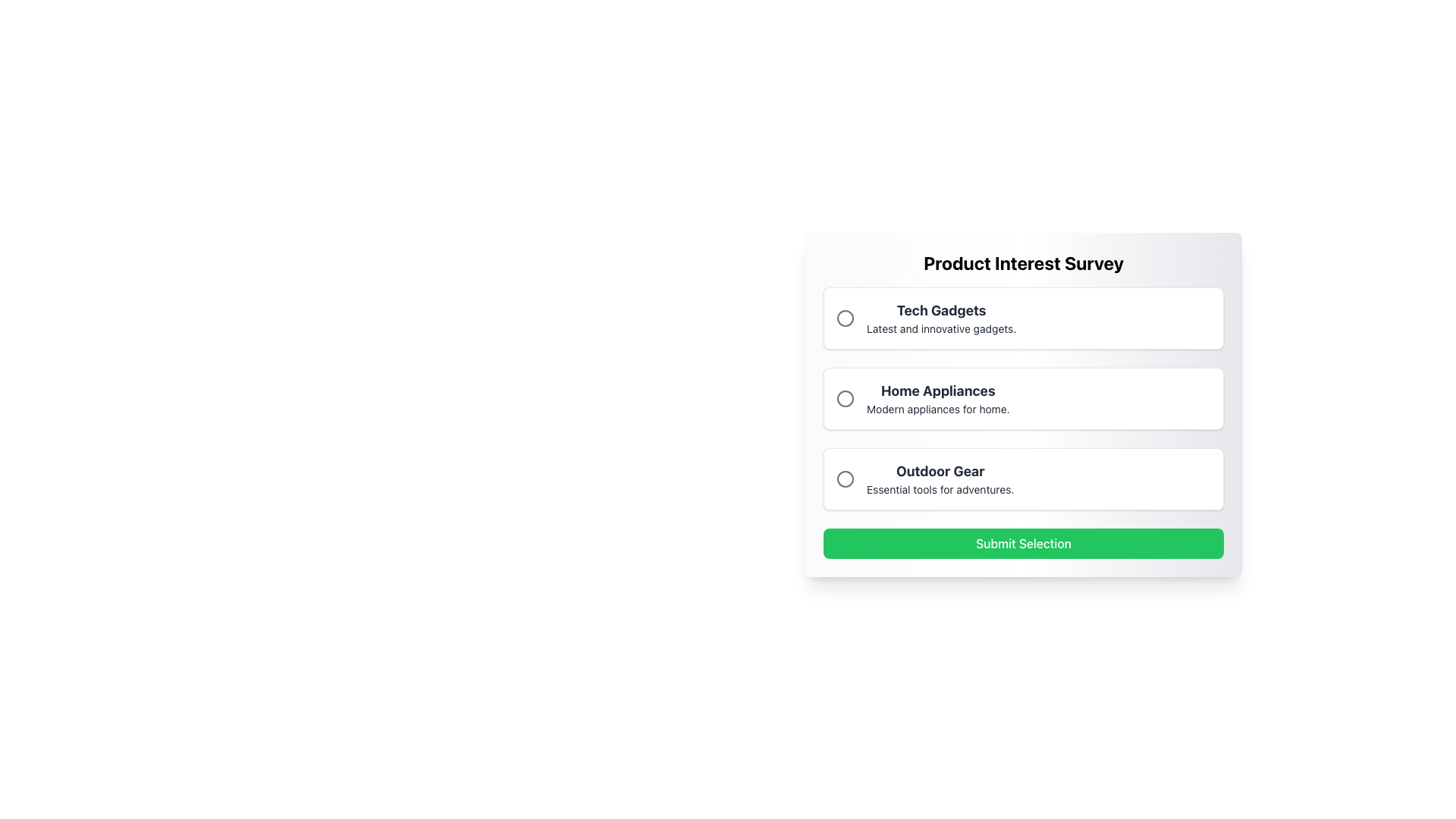 The image size is (1456, 819). Describe the element at coordinates (940, 489) in the screenshot. I see `the descriptive text label providing additional information about the 'Outdoor Gear' option in the product interest survey, located directly below the 'Outdoor Gear' heading` at that location.